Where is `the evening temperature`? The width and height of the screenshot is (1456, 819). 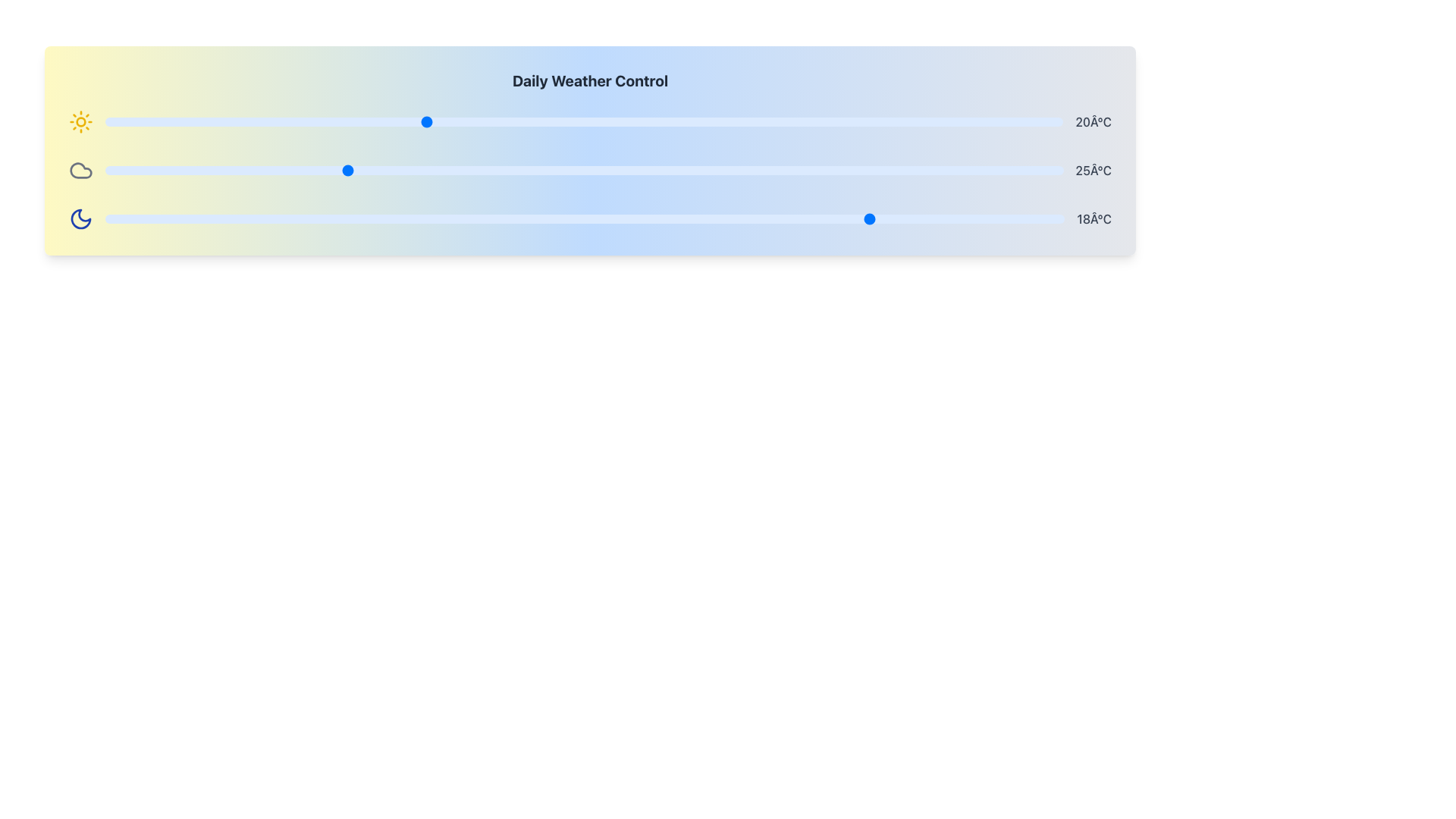
the evening temperature is located at coordinates (679, 219).